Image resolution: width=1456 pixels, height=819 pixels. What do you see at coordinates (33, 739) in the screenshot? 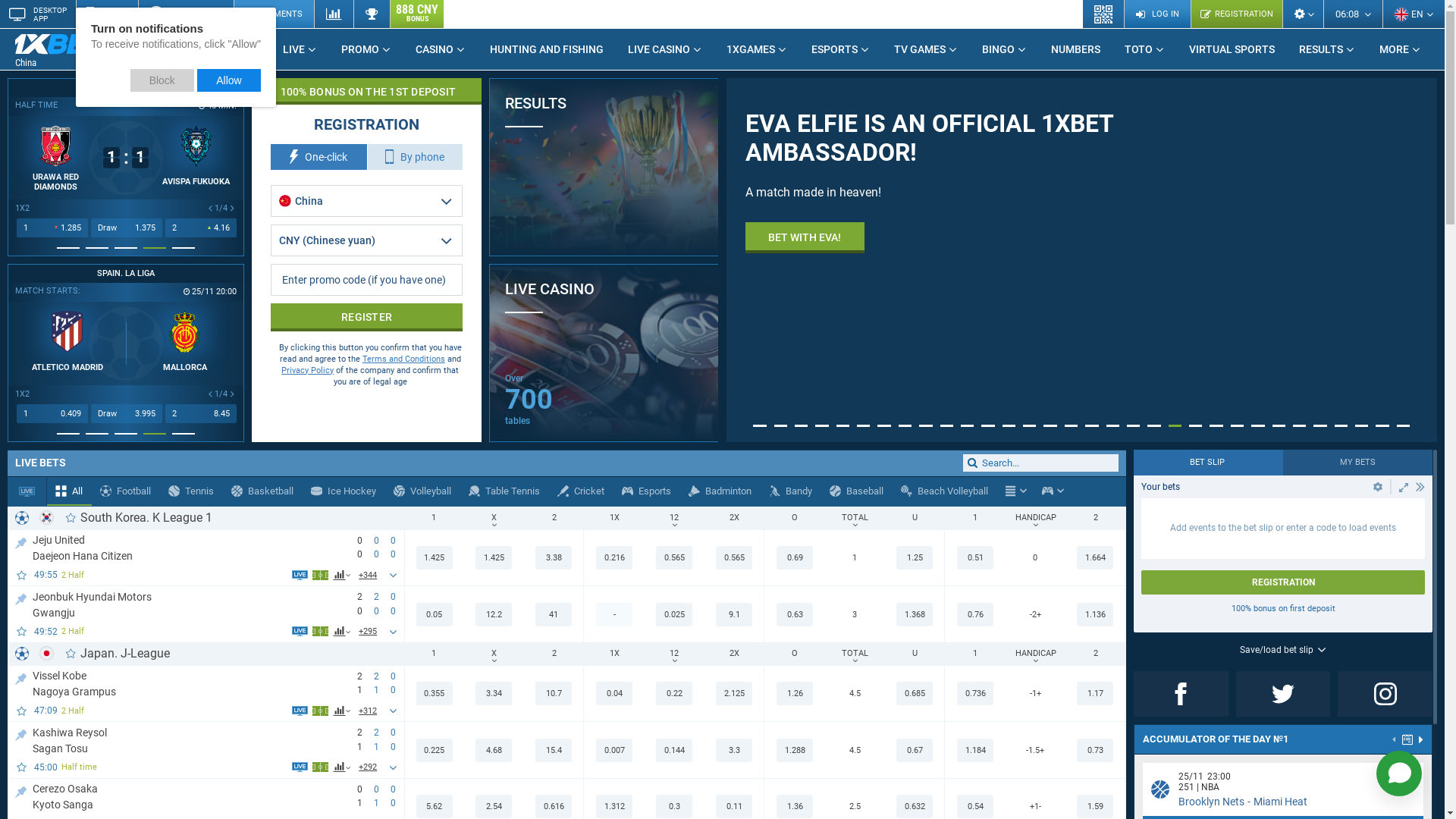
I see `'Kashiwa Reysol` at bounding box center [33, 739].